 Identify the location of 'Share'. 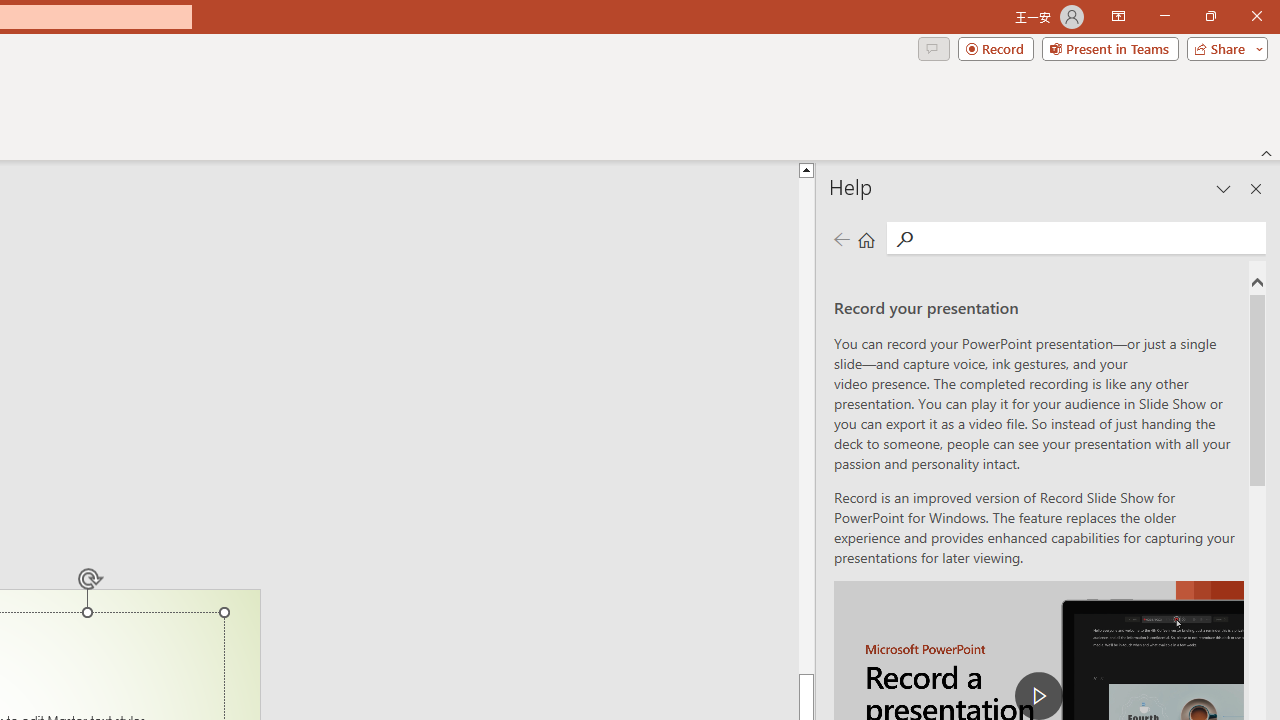
(1222, 47).